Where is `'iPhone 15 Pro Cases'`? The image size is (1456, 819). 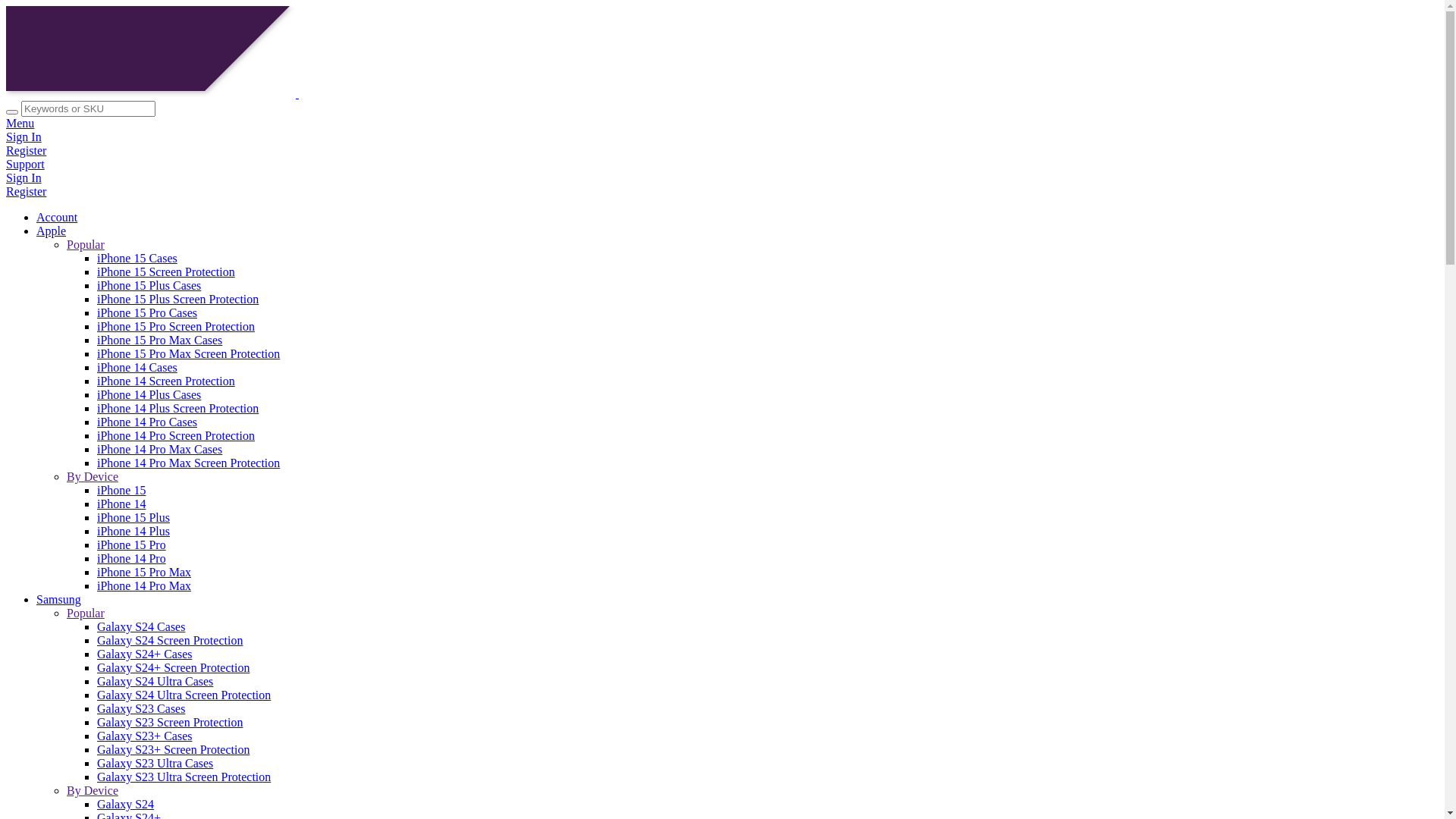
'iPhone 15 Pro Cases' is located at coordinates (146, 312).